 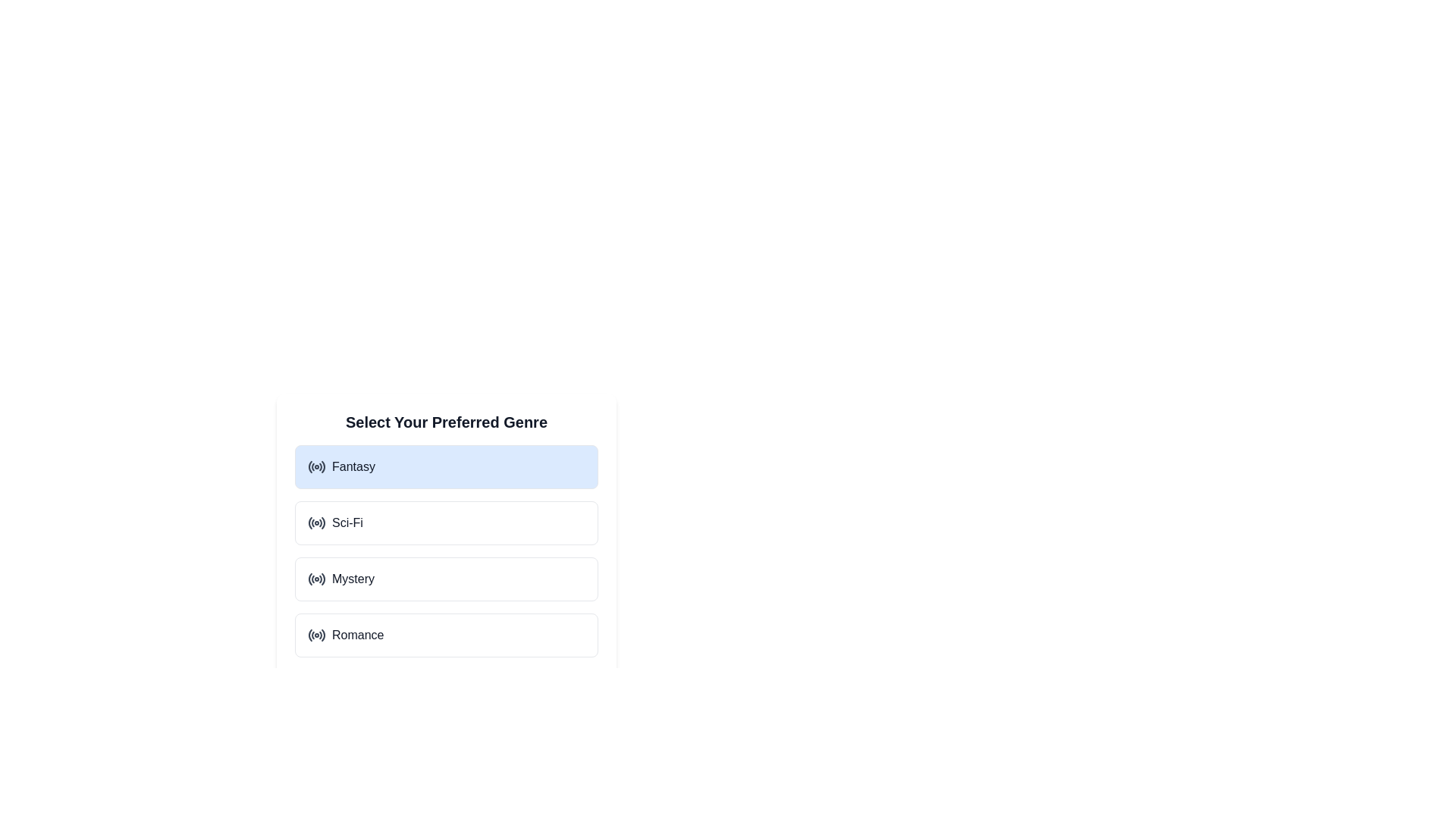 What do you see at coordinates (446, 564) in the screenshot?
I see `the 'Mystery' selectable card, which is the third option in the genre selection list` at bounding box center [446, 564].